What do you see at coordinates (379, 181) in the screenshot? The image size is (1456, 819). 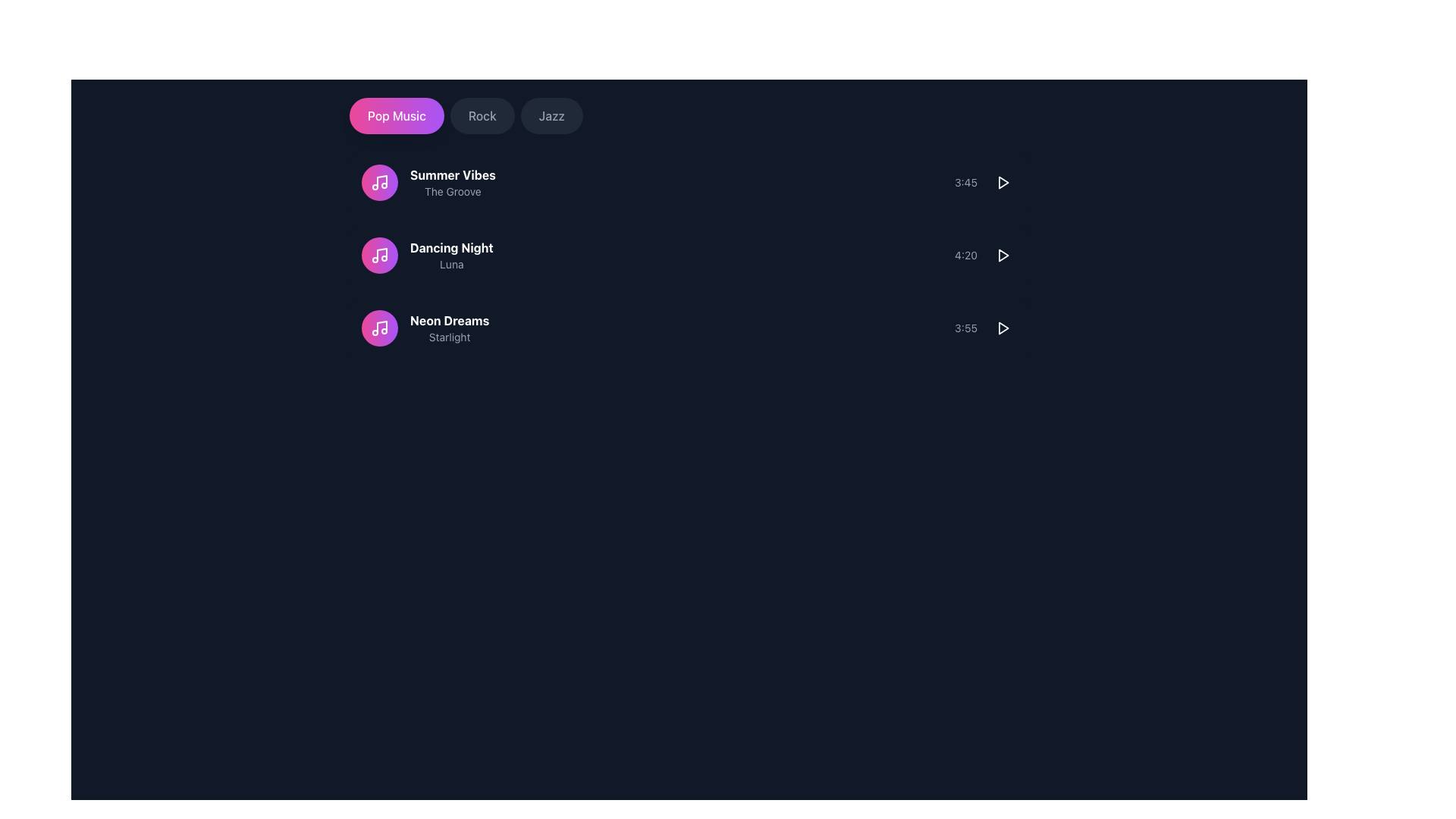 I see `the circular music icon with a pink to purple gradient background and a white music note symbol` at bounding box center [379, 181].